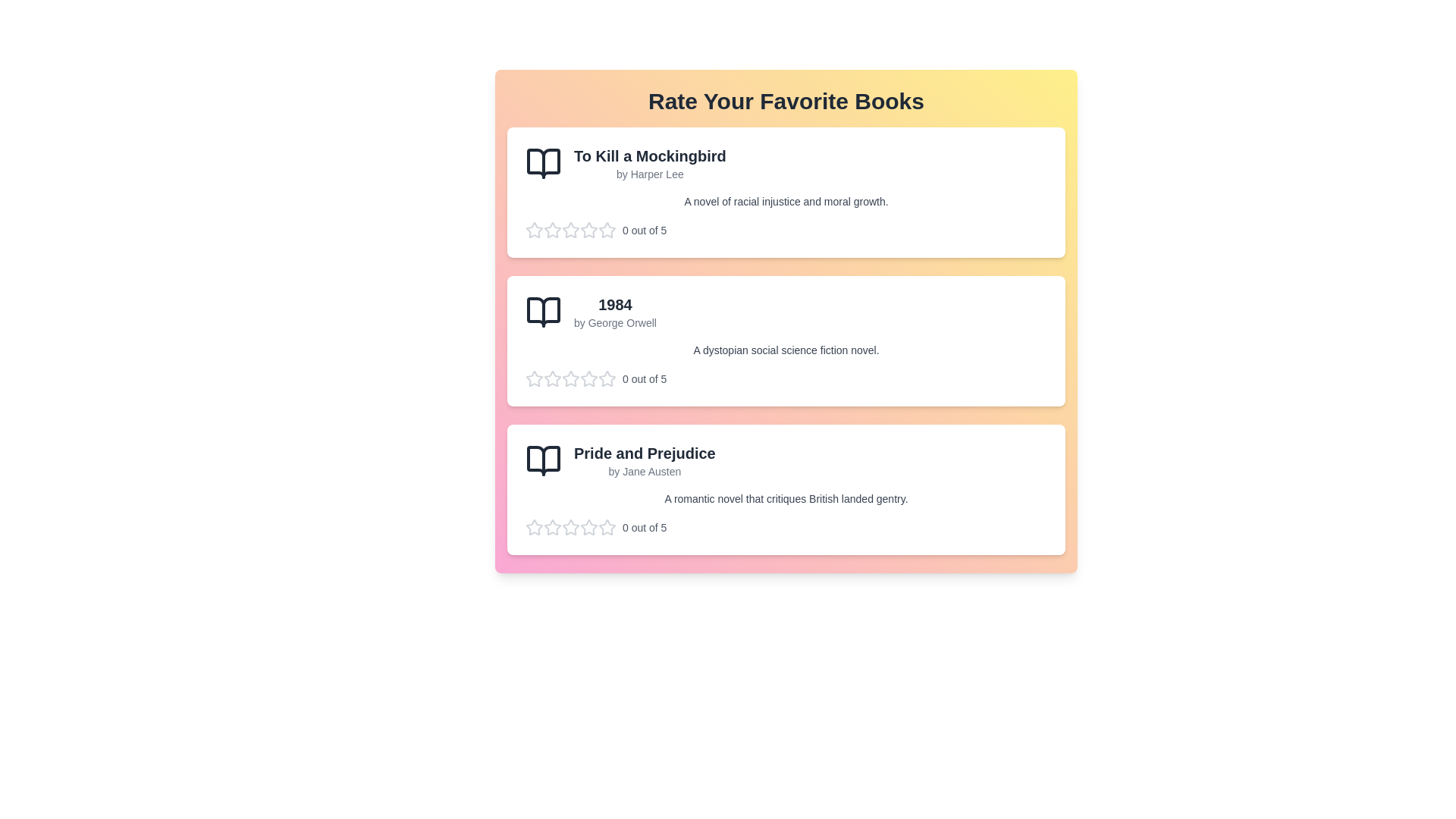  I want to click on the first star icon for rating under the 'To Kill a Mockingbird' book entry to indicate a one-star rating, so click(607, 230).